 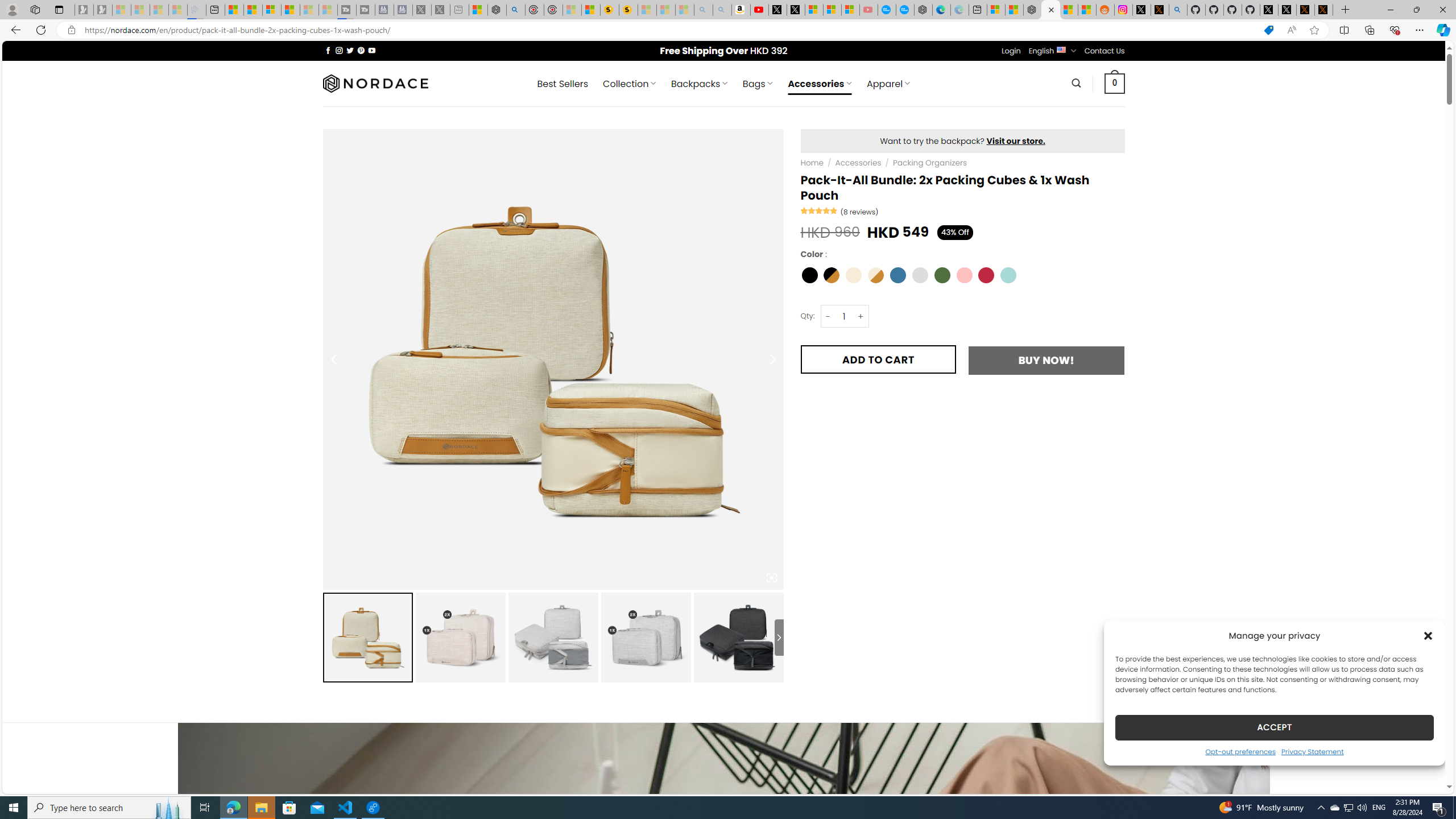 What do you see at coordinates (702, 9) in the screenshot?
I see `'amazon - Search - Sleeping'` at bounding box center [702, 9].